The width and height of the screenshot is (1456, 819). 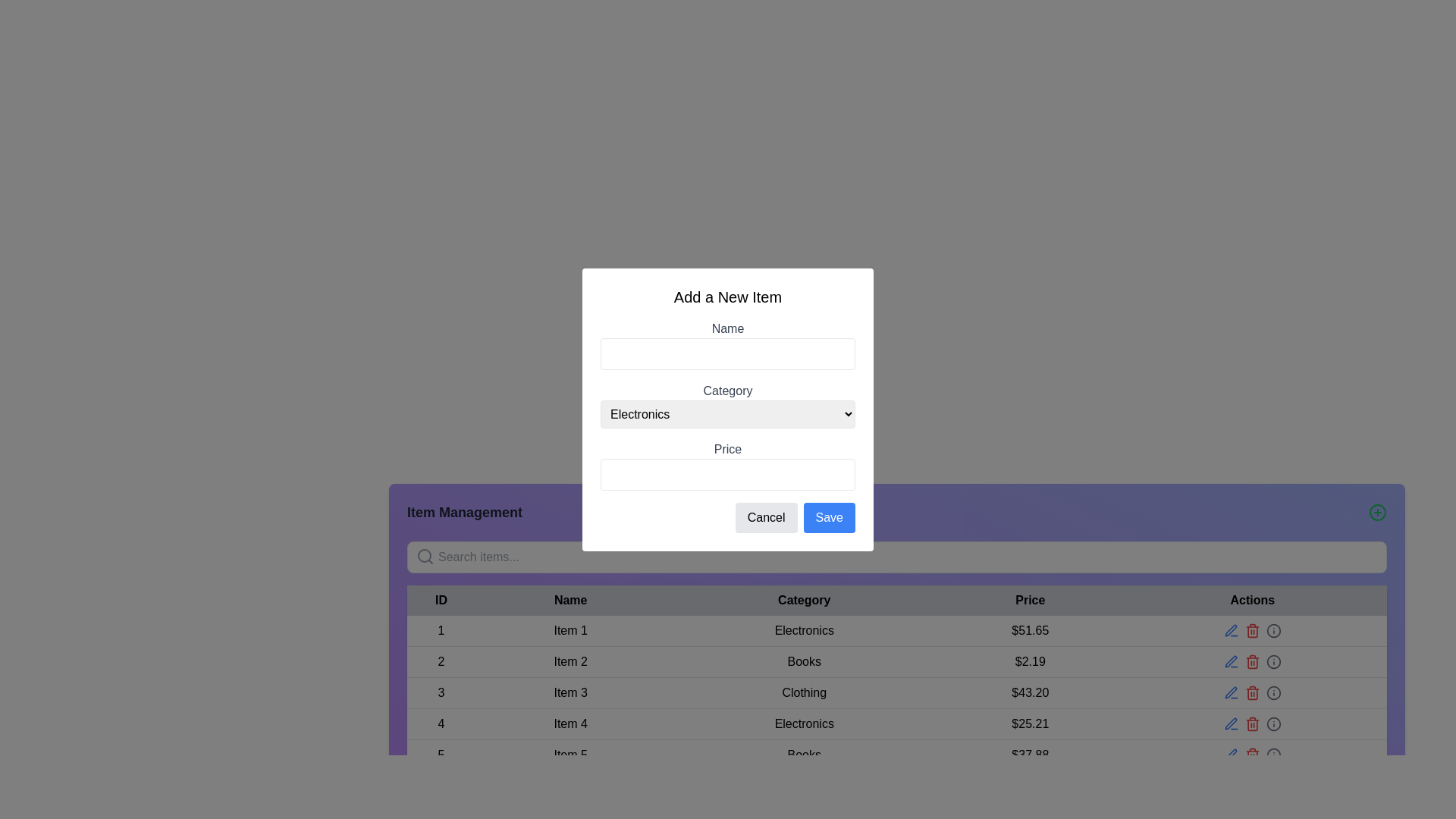 What do you see at coordinates (440, 693) in the screenshot?
I see `the text label displaying the number '3' in the third row of the table under the 'ID' column` at bounding box center [440, 693].